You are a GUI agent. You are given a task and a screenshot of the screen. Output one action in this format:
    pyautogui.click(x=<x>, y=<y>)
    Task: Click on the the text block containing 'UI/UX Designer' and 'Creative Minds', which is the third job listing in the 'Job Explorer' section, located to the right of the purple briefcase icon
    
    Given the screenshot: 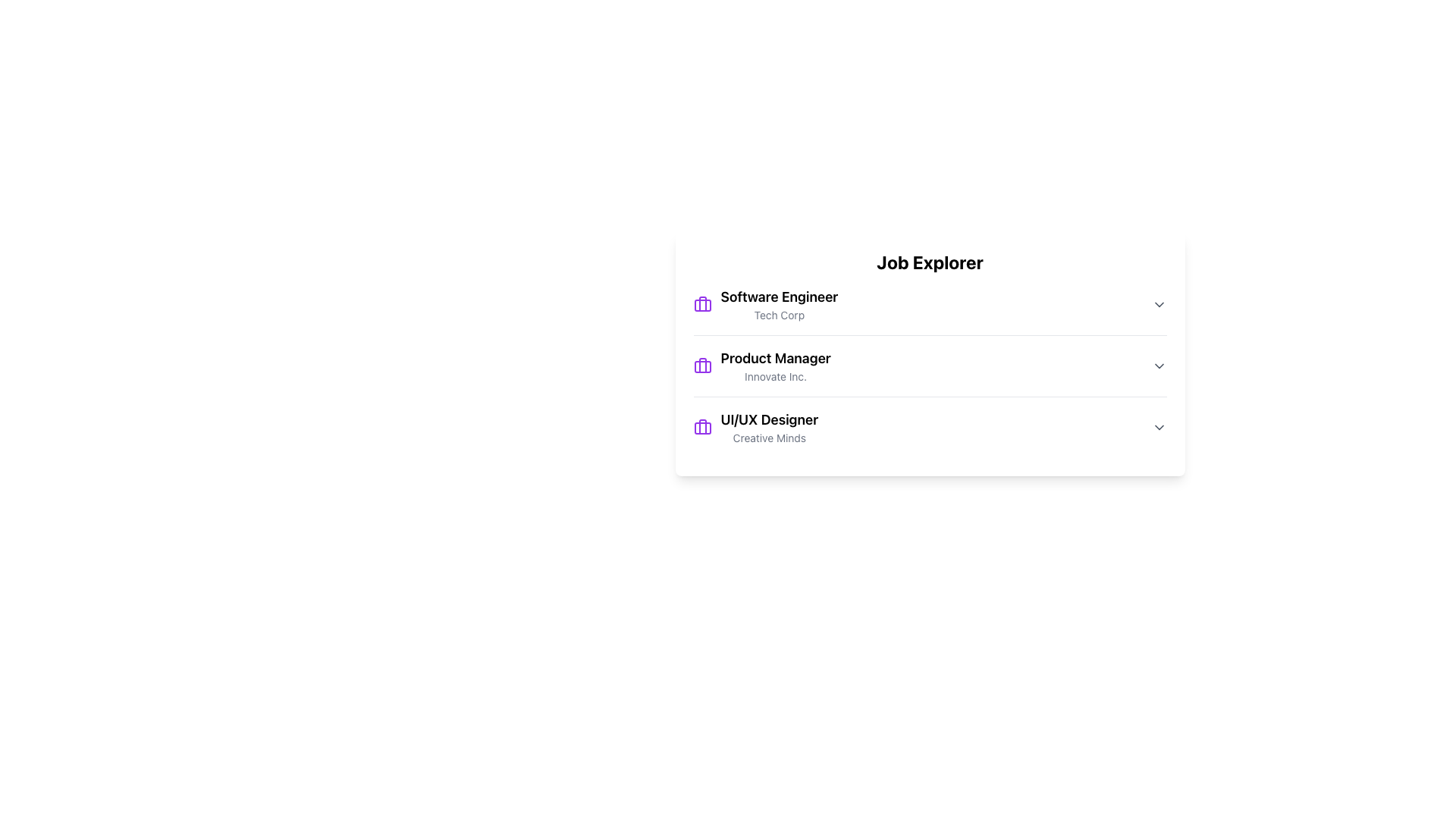 What is the action you would take?
    pyautogui.click(x=769, y=427)
    